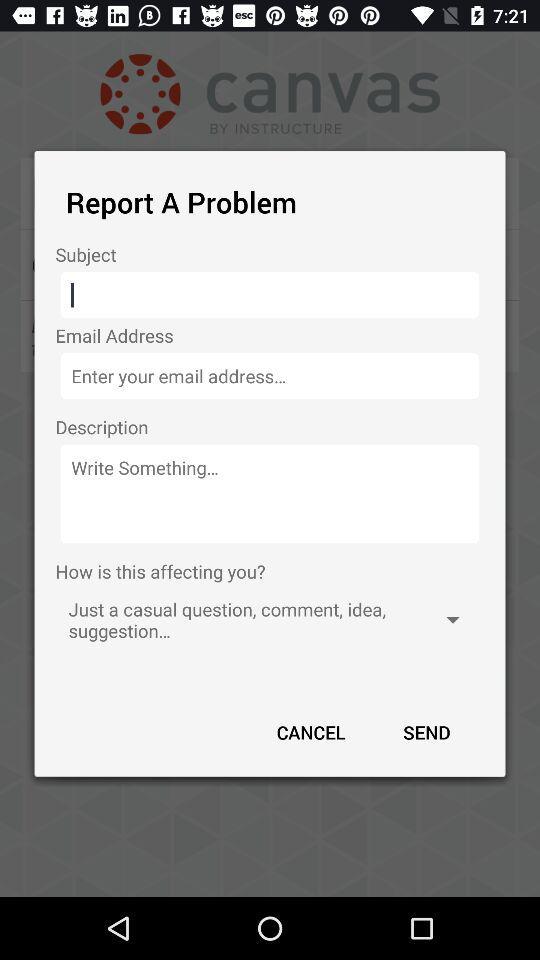  I want to click on the subject, so click(270, 294).